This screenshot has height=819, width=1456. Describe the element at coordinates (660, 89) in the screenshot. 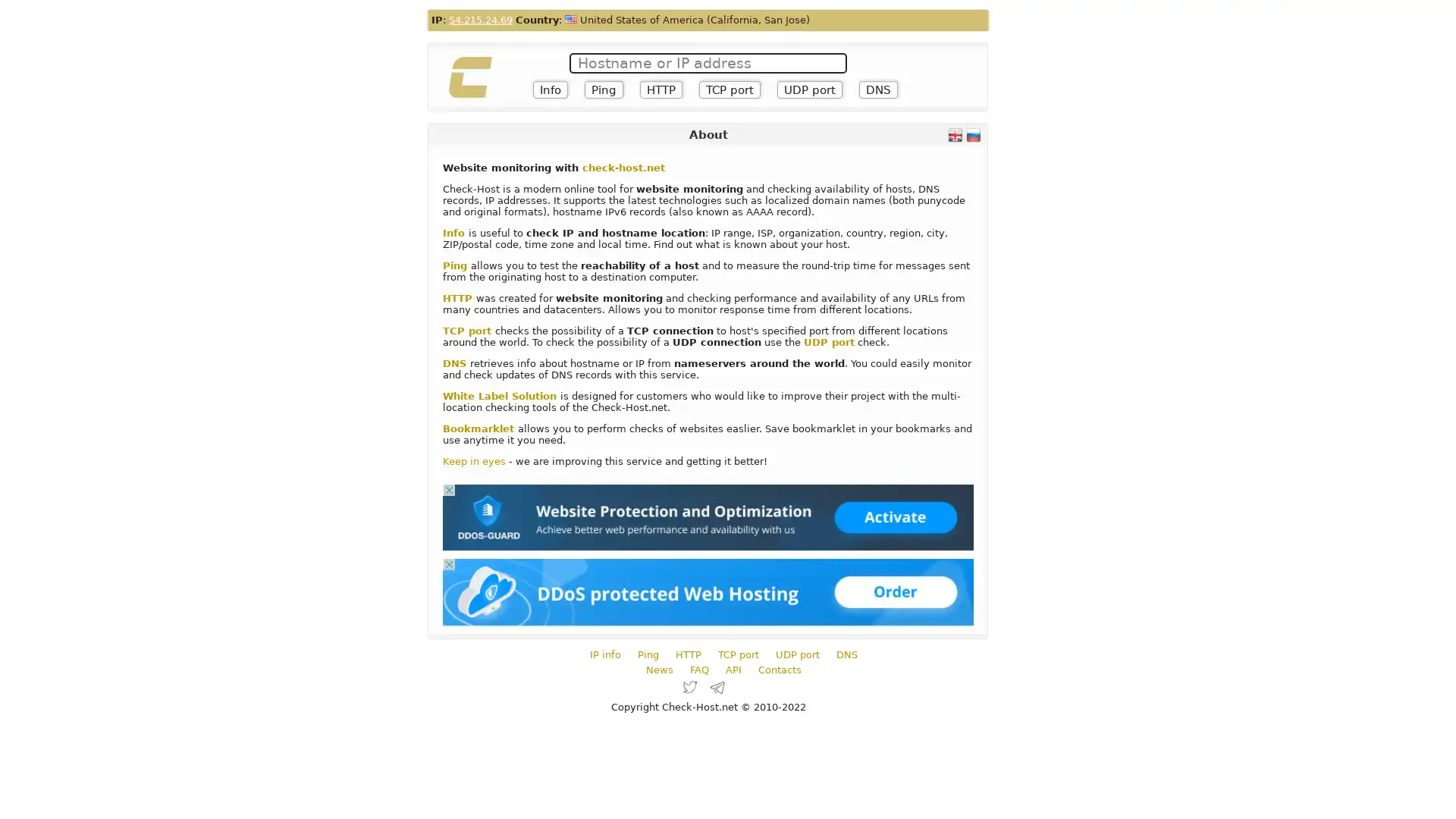

I see `HTTP` at that location.